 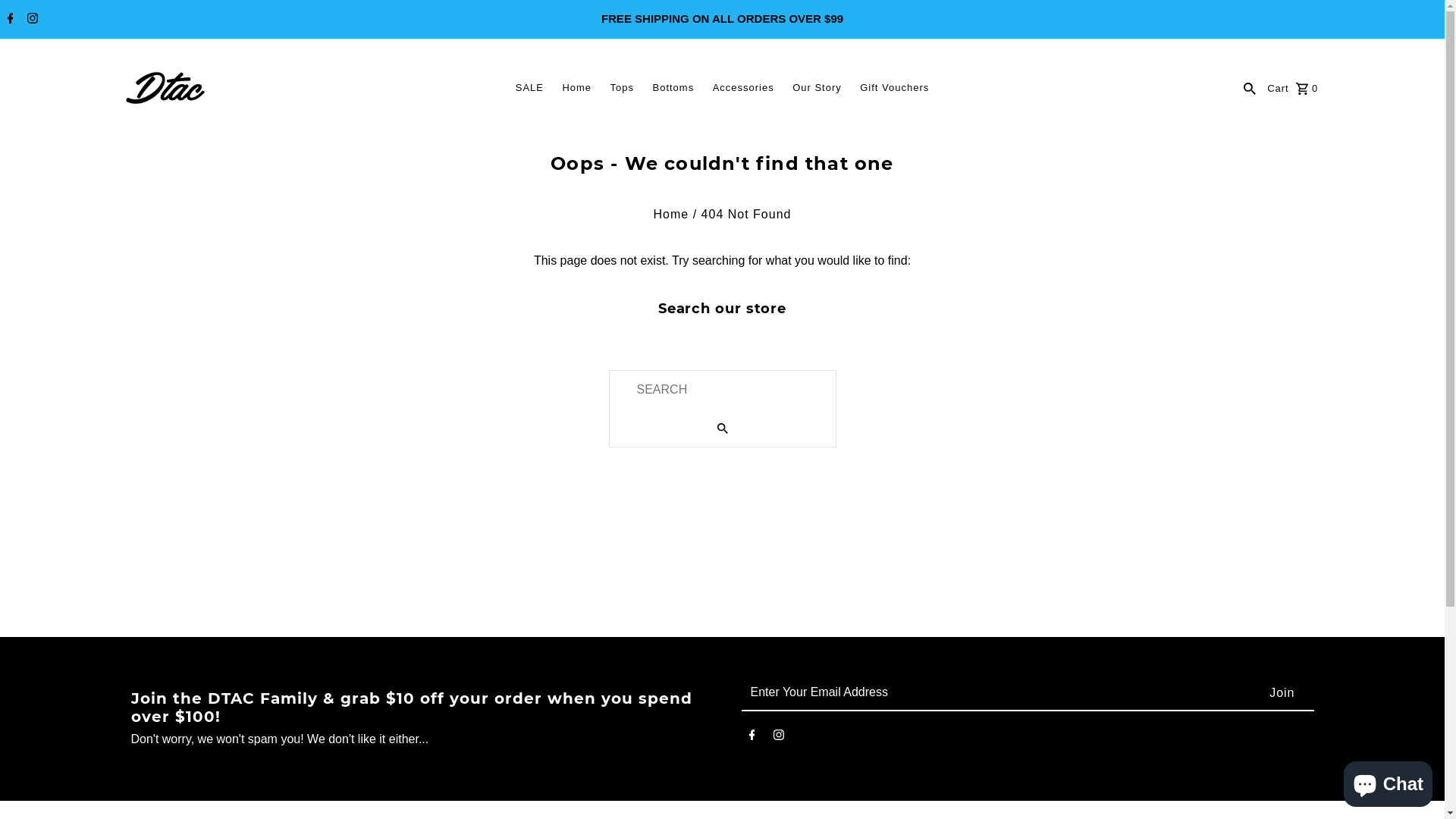 I want to click on 'Join', so click(x=1281, y=693).